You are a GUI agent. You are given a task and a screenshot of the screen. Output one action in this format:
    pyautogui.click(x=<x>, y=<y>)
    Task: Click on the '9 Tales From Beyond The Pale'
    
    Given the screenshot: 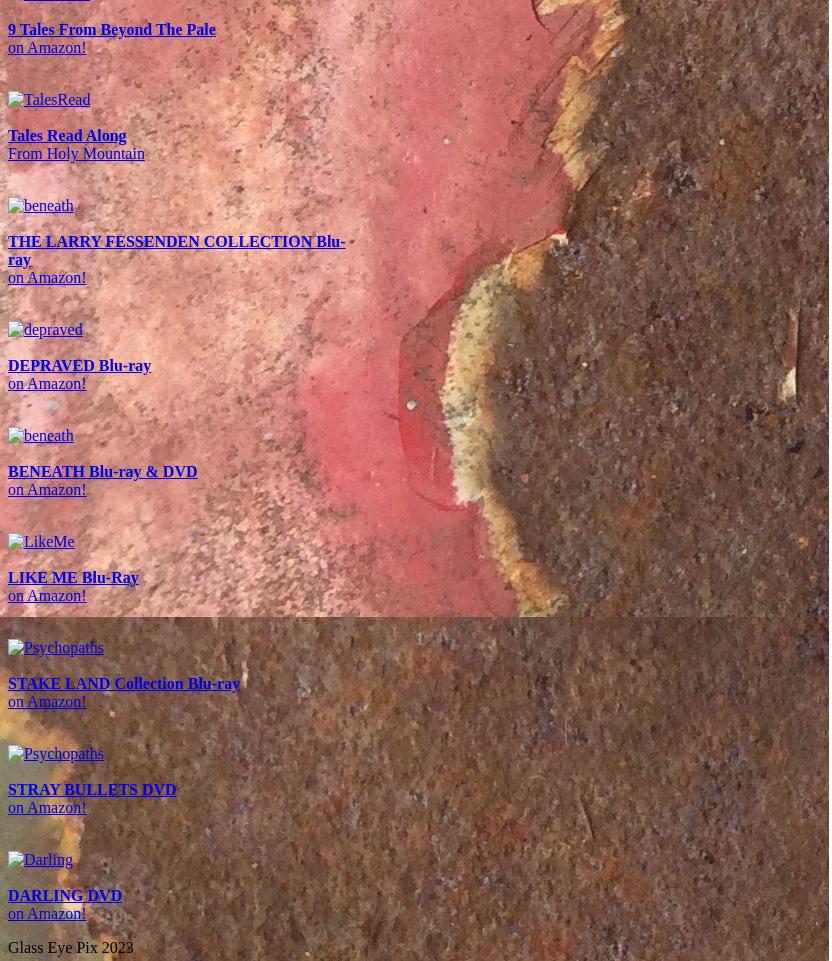 What is the action you would take?
    pyautogui.click(x=111, y=27)
    